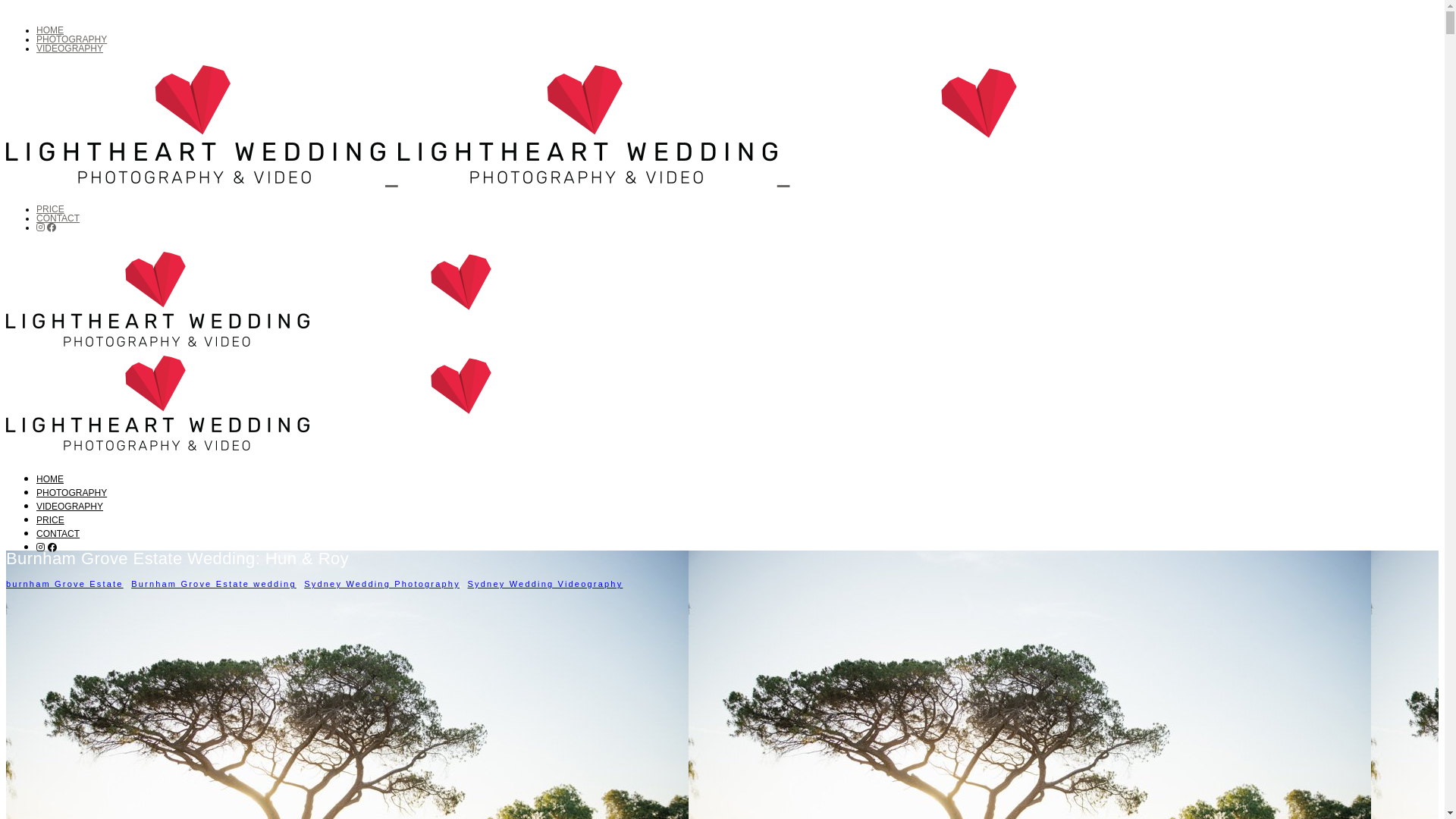 The width and height of the screenshot is (1456, 819). Describe the element at coordinates (381, 583) in the screenshot. I see `'Sydney Wedding Photography'` at that location.